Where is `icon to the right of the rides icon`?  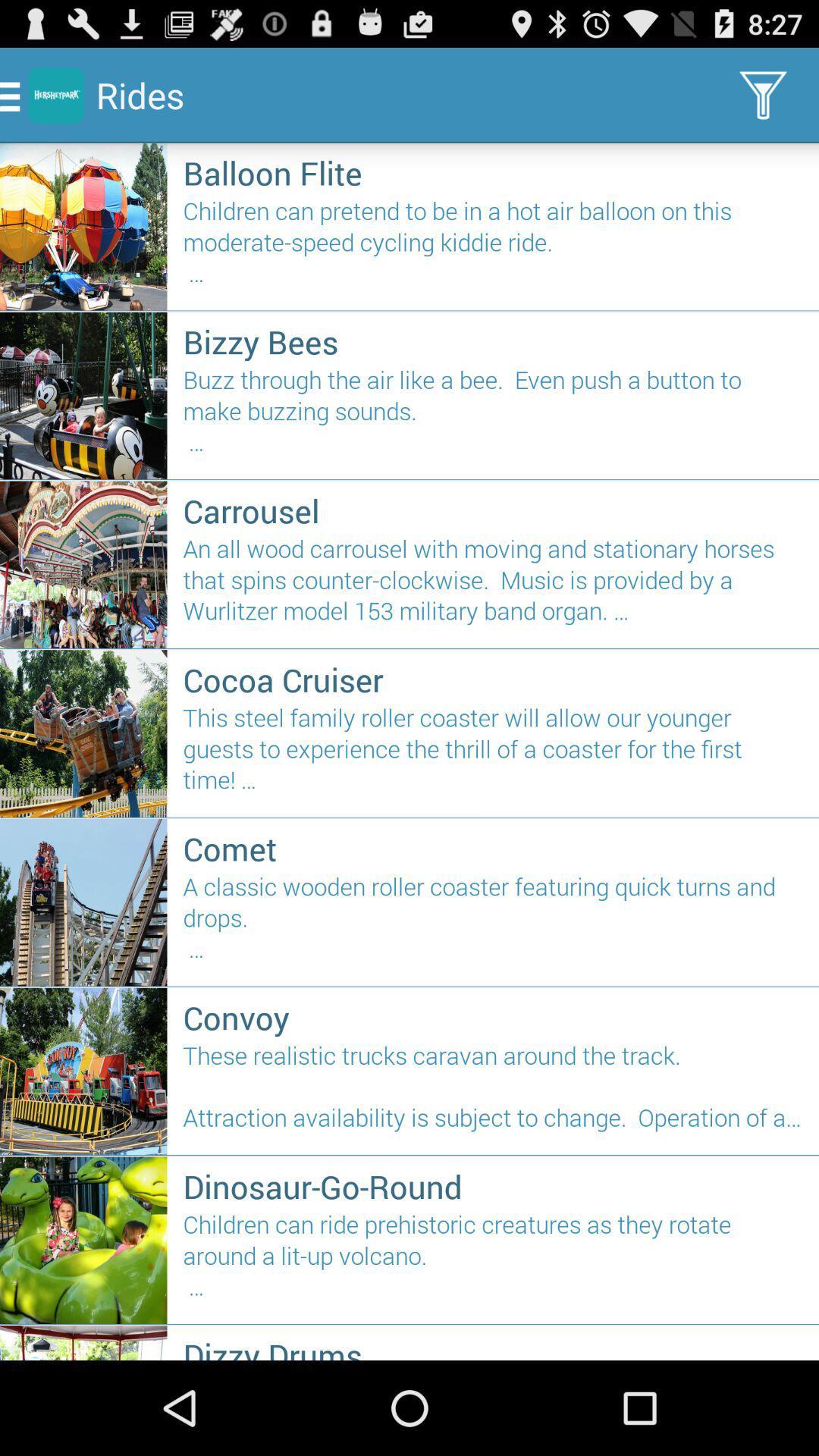
icon to the right of the rides icon is located at coordinates (763, 94).